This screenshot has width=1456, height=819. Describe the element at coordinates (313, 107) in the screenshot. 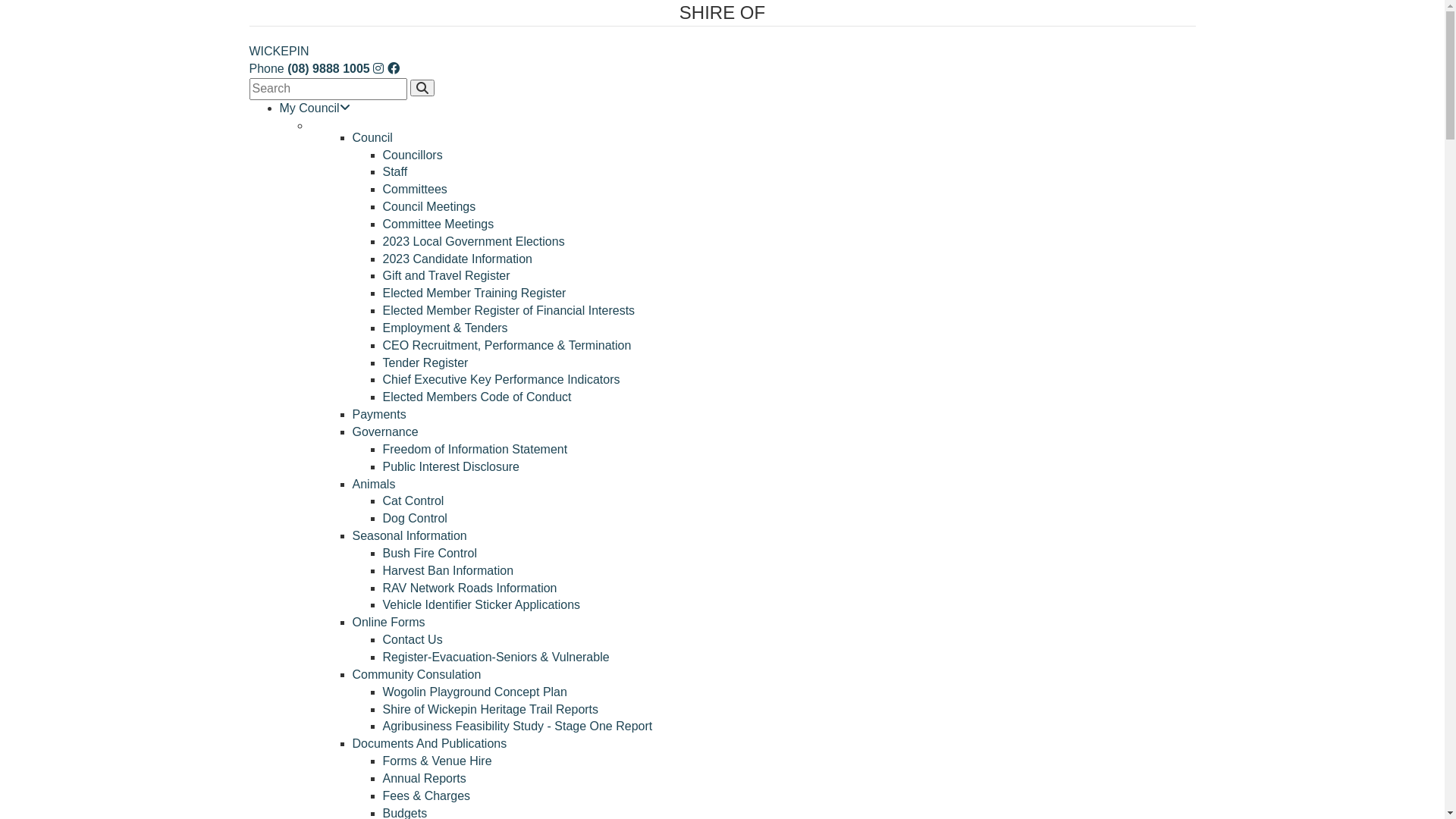

I see `'My Council'` at that location.